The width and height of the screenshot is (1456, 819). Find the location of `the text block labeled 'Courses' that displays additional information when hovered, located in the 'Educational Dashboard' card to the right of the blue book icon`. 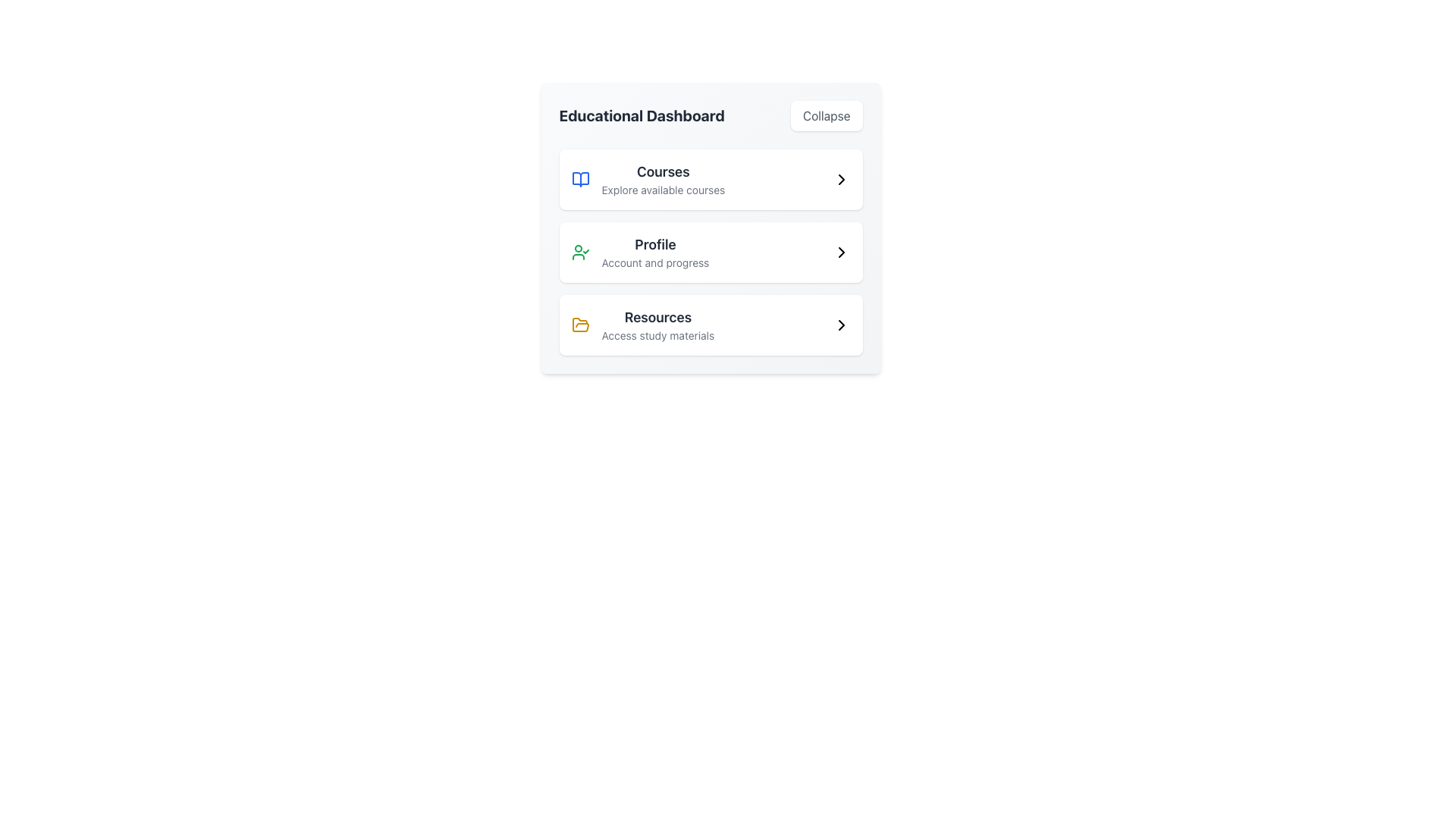

the text block labeled 'Courses' that displays additional information when hovered, located in the 'Educational Dashboard' card to the right of the blue book icon is located at coordinates (663, 178).